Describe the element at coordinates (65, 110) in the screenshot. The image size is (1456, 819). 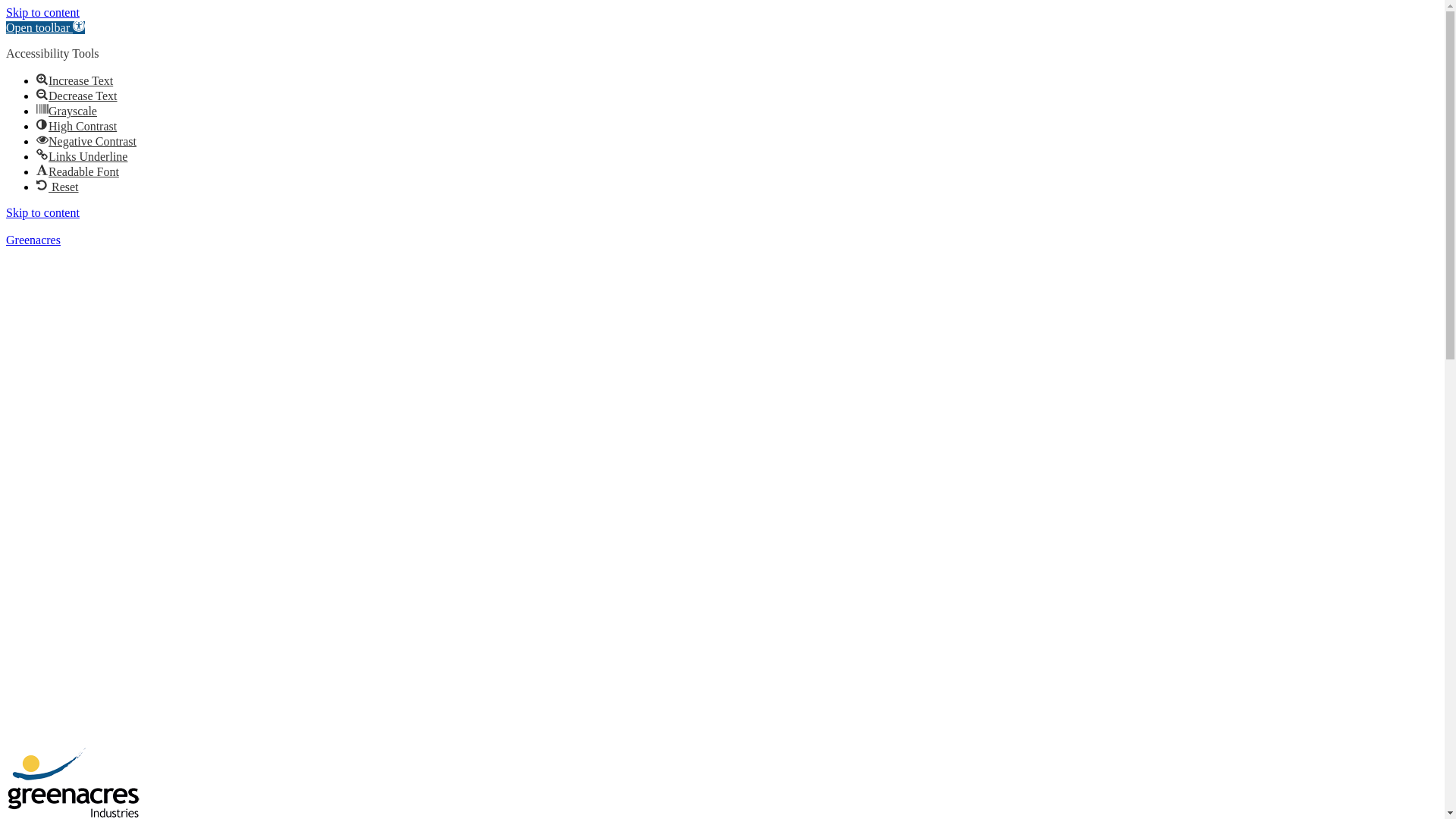
I see `'GrayscaleGrayscale'` at that location.